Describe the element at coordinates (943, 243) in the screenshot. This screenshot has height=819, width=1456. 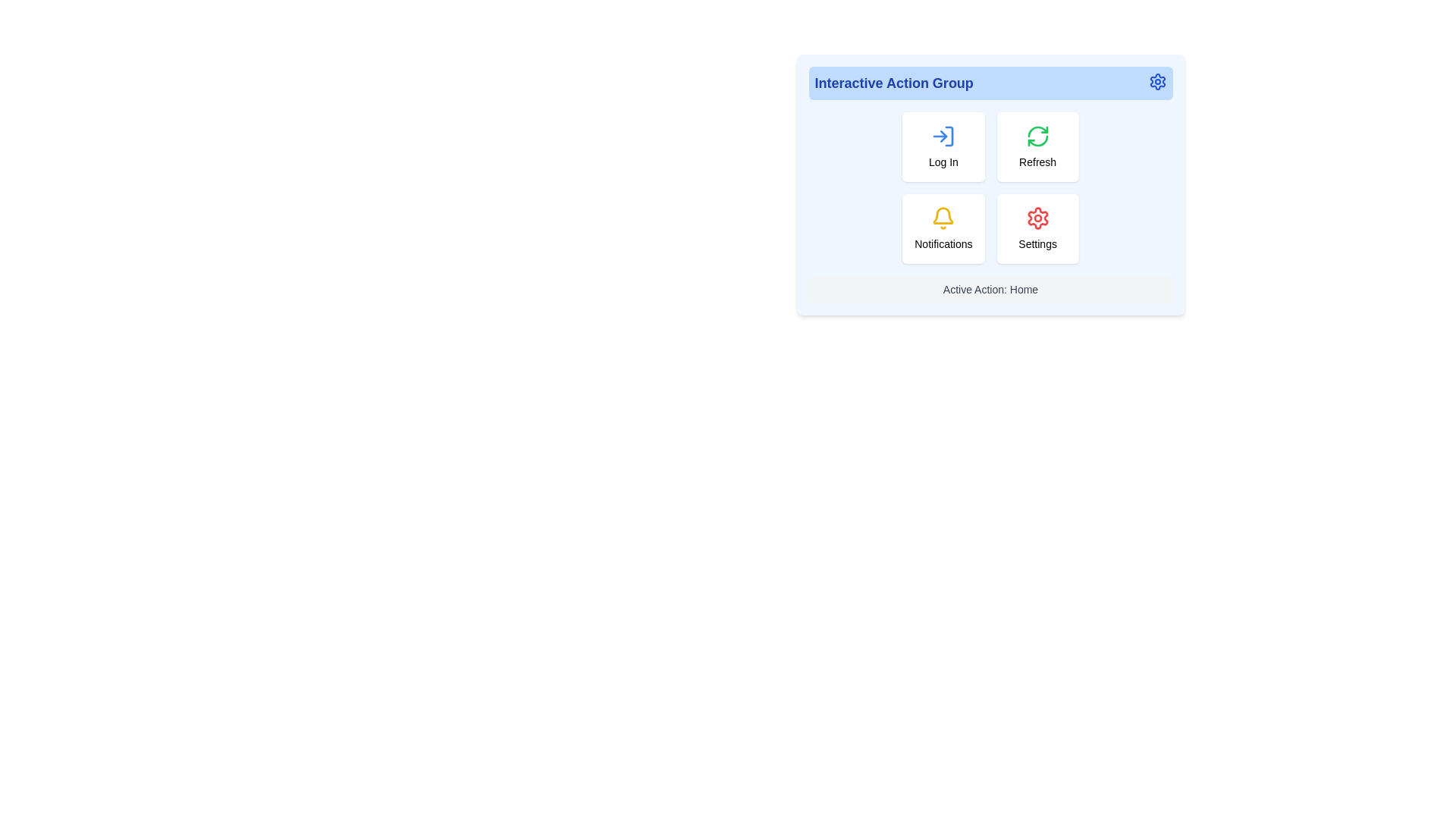
I see `the 'Notifications' text label located below the yellow bell icon in the second row and first column of the interactive action group` at that location.